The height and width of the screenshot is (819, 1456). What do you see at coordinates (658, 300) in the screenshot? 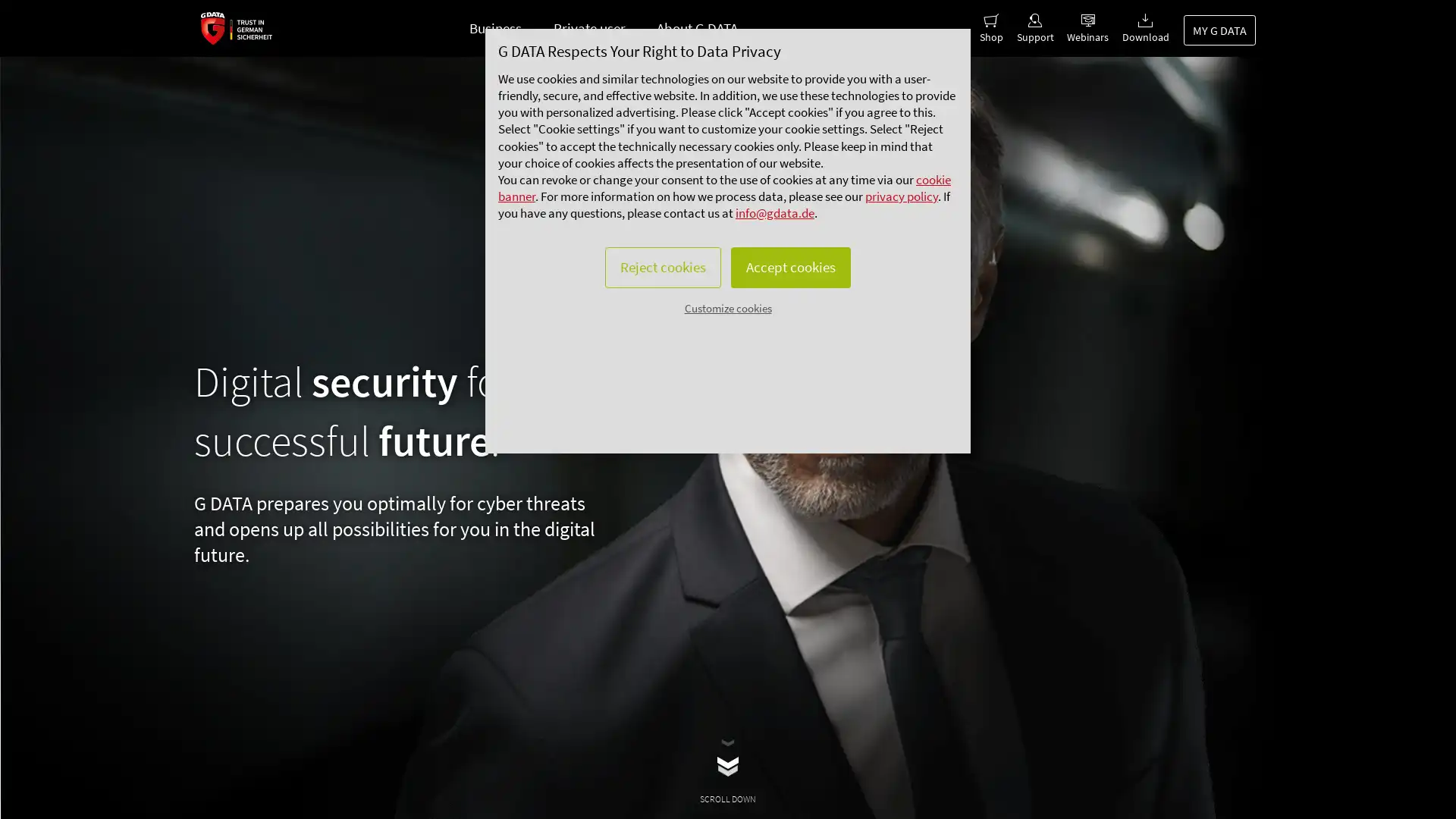
I see `Reject cookies` at bounding box center [658, 300].